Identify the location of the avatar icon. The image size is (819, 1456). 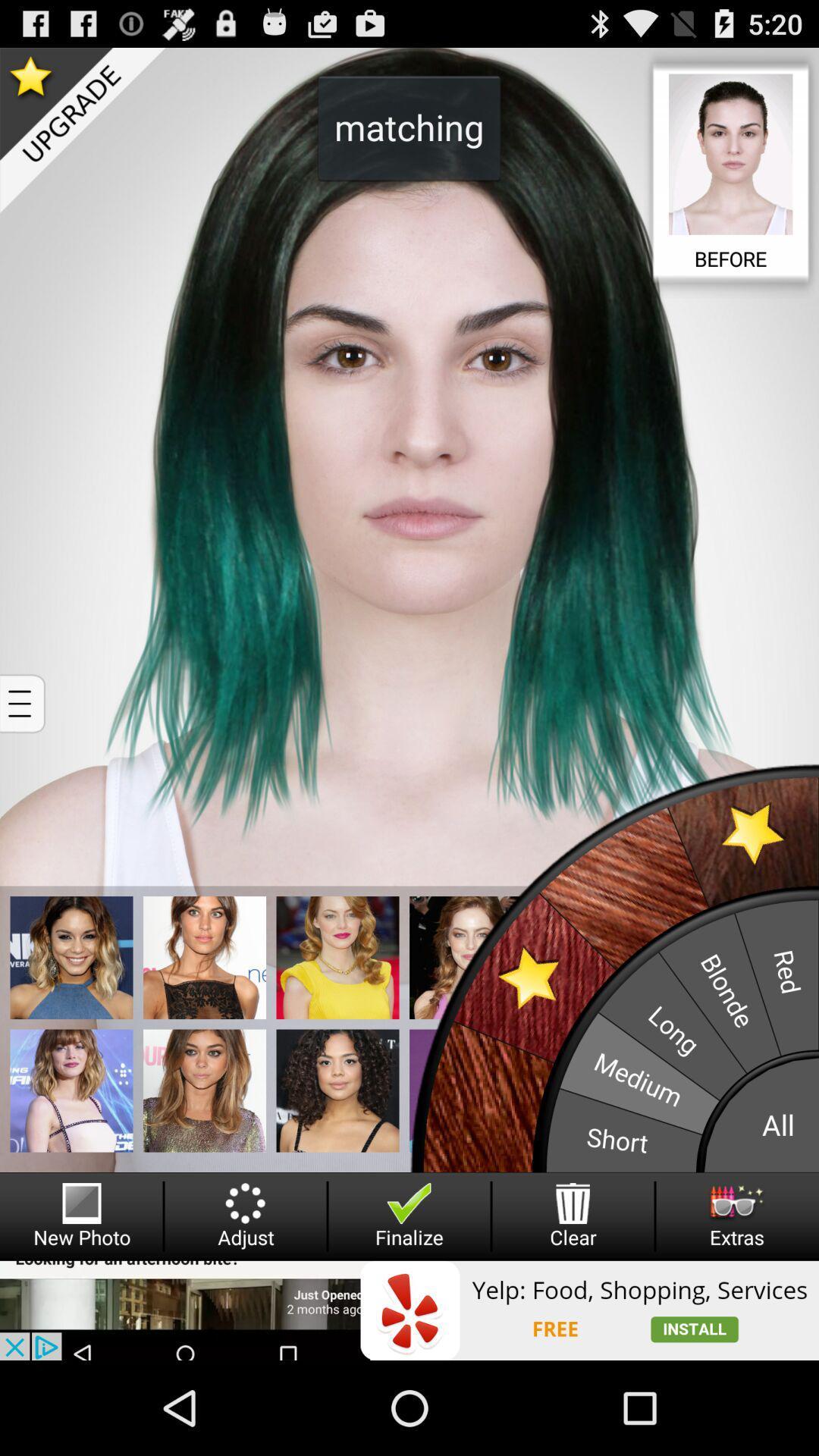
(337, 1166).